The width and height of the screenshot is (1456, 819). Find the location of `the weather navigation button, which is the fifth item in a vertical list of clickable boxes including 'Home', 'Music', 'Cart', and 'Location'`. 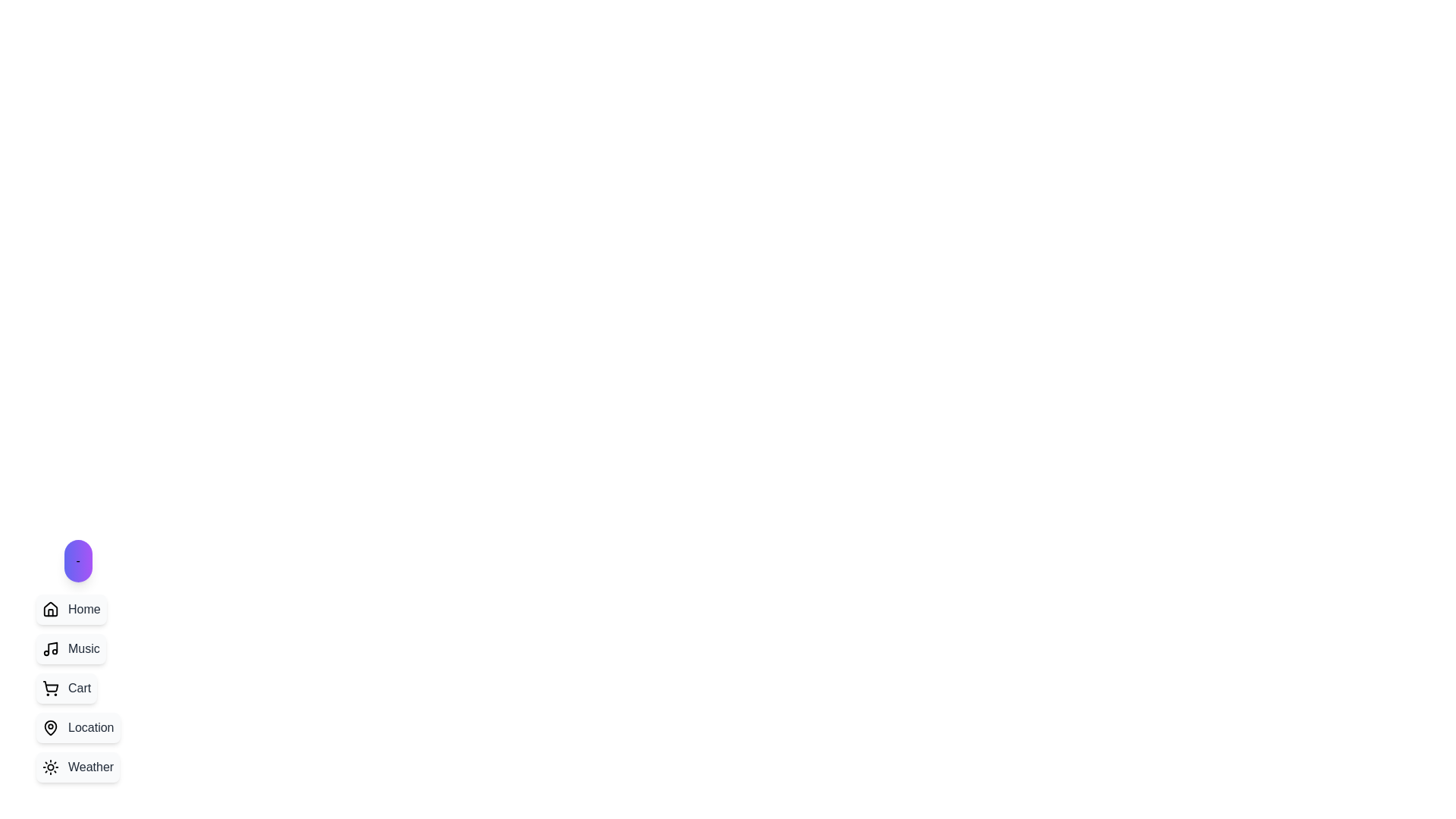

the weather navigation button, which is the fifth item in a vertical list of clickable boxes including 'Home', 'Music', 'Cart', and 'Location' is located at coordinates (77, 767).